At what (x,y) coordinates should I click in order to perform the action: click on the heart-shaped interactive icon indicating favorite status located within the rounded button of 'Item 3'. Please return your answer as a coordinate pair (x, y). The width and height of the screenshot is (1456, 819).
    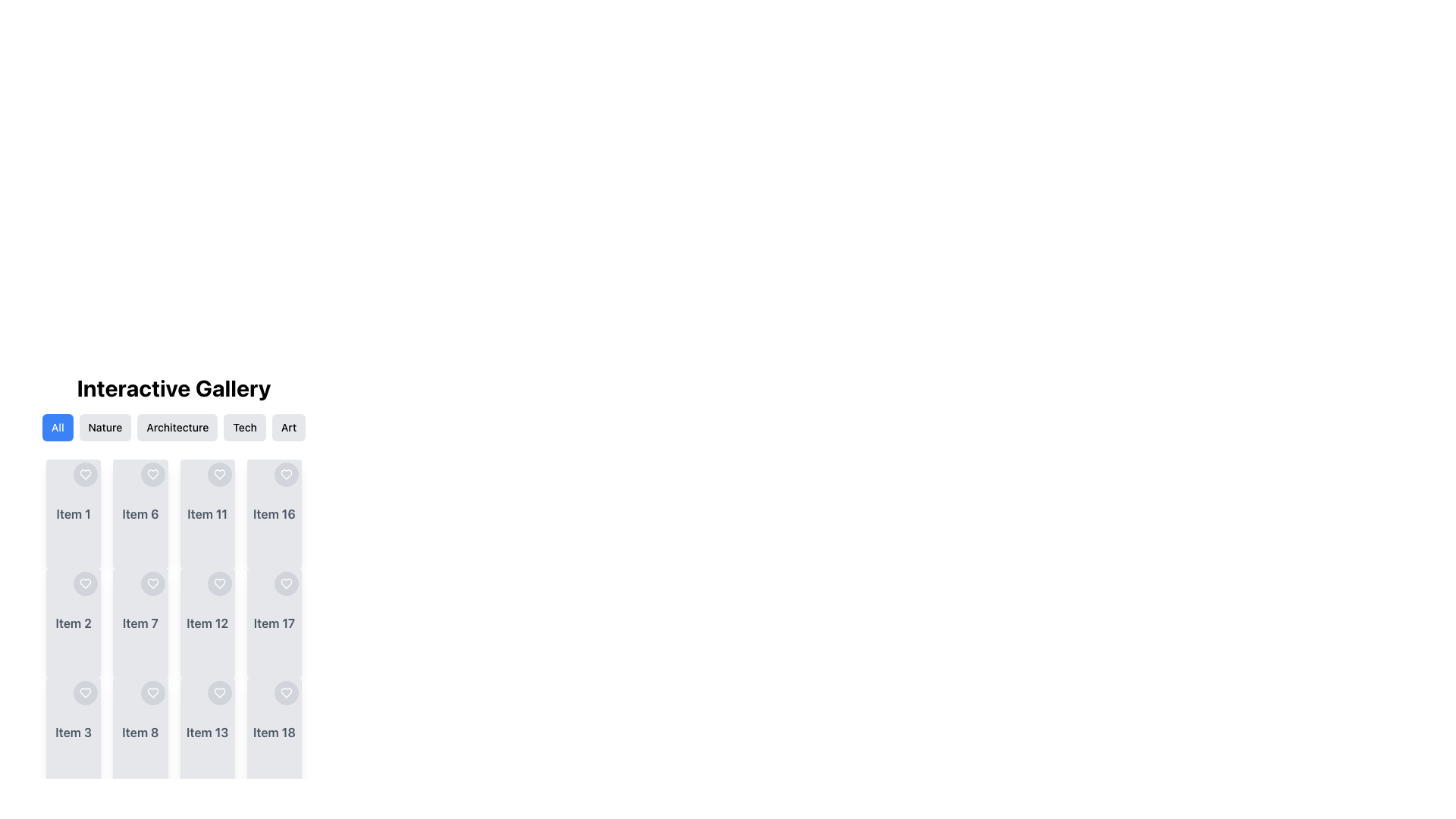
    Looking at the image, I should click on (85, 693).